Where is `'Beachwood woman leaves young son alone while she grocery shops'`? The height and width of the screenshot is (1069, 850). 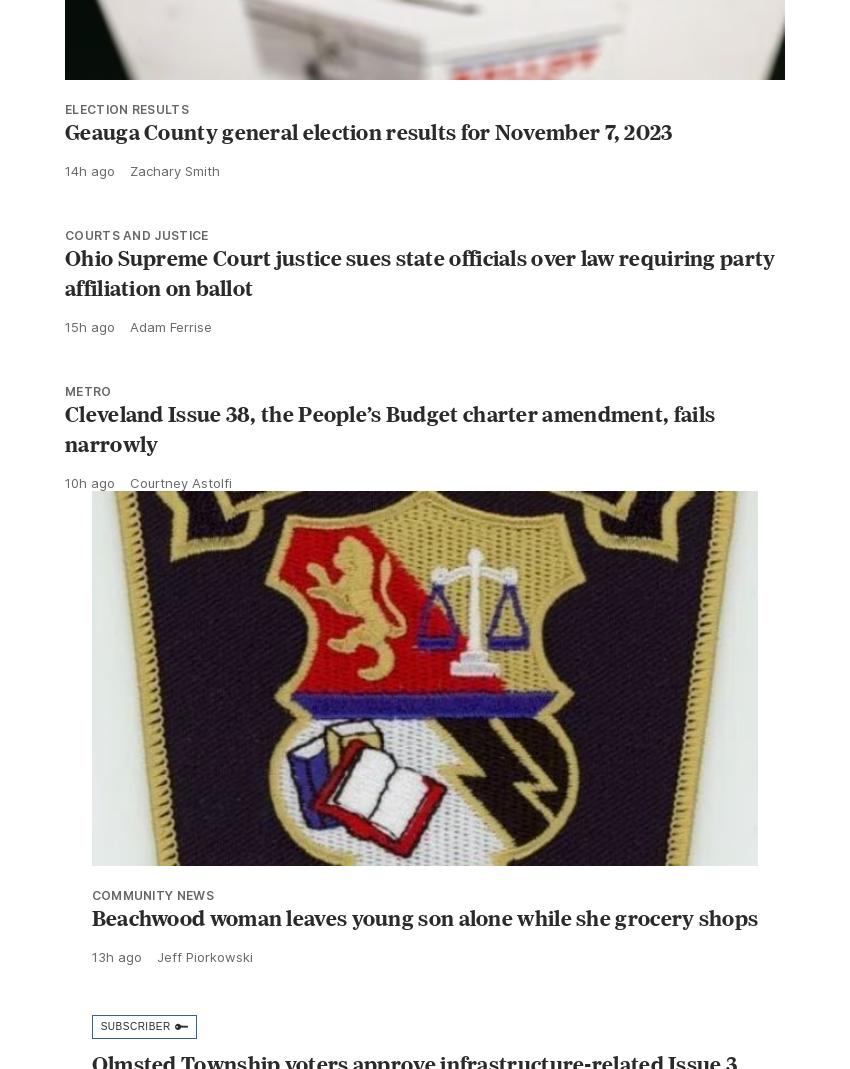 'Beachwood woman leaves young son alone while she grocery shops' is located at coordinates (424, 960).